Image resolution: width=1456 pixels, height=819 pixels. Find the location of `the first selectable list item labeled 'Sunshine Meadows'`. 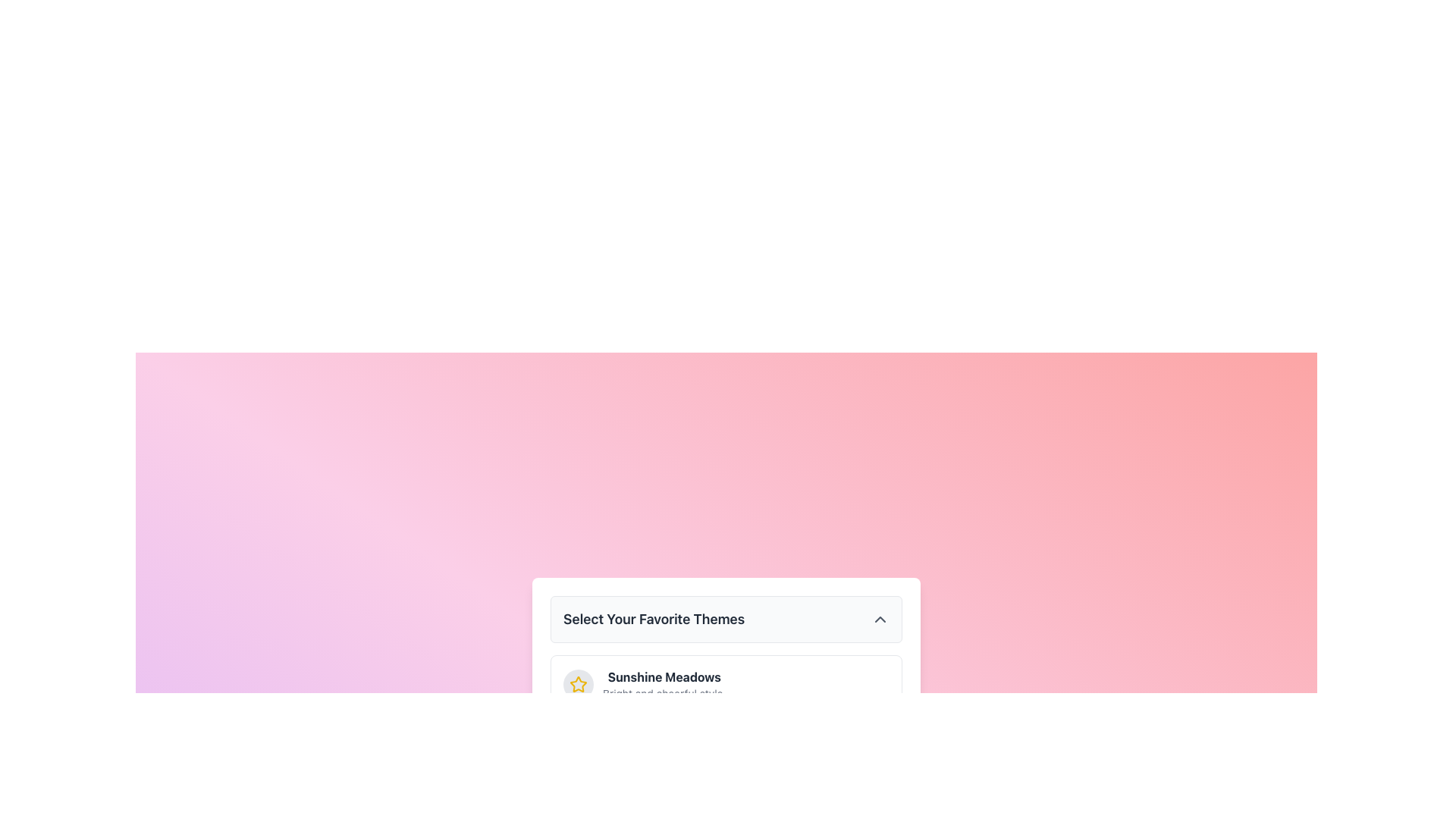

the first selectable list item labeled 'Sunshine Meadows' is located at coordinates (726, 684).